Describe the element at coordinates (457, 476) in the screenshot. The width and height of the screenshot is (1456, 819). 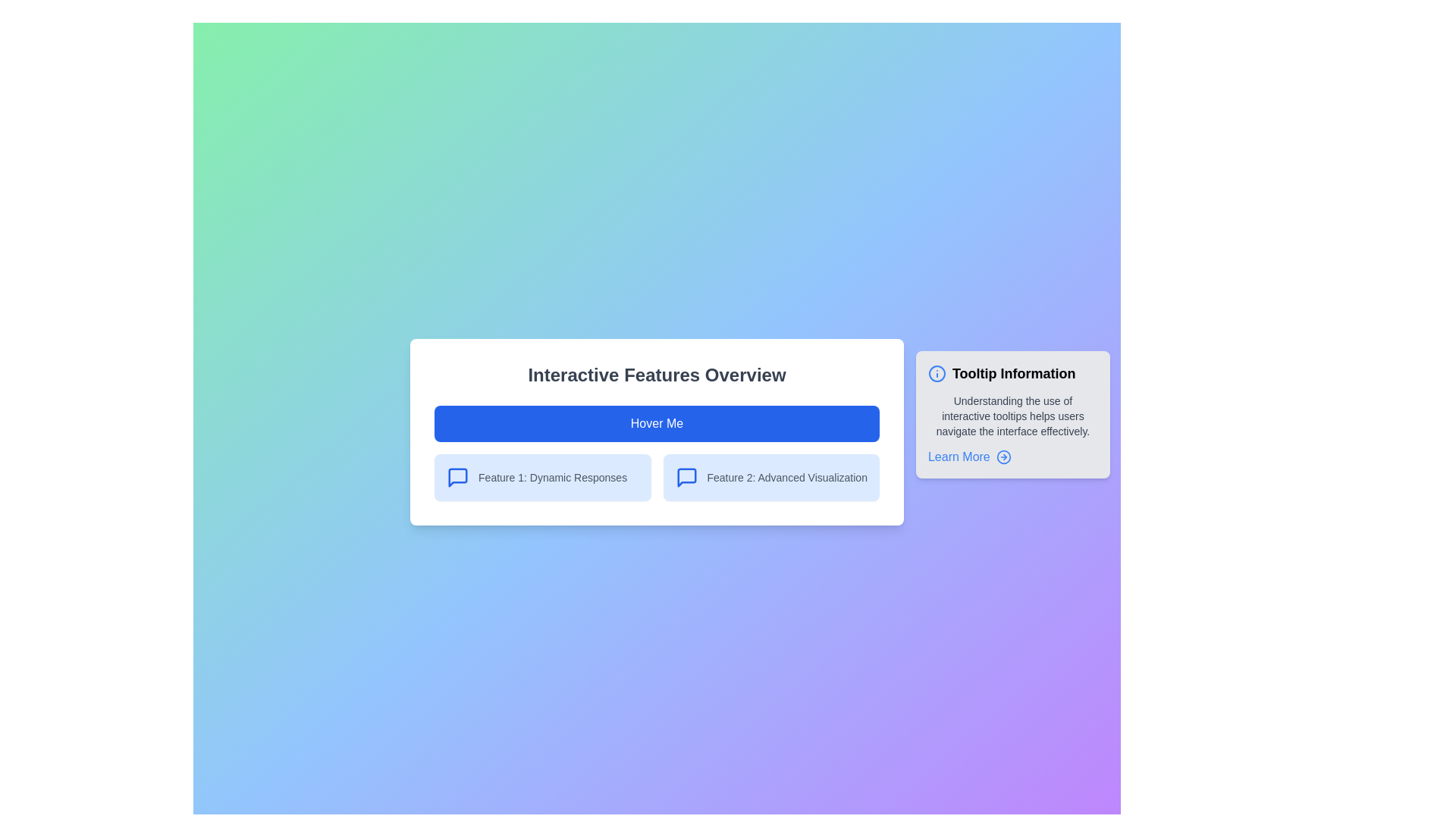
I see `the speech bubble icon located on the right section of the feature row, which is the second icon from the left` at that location.